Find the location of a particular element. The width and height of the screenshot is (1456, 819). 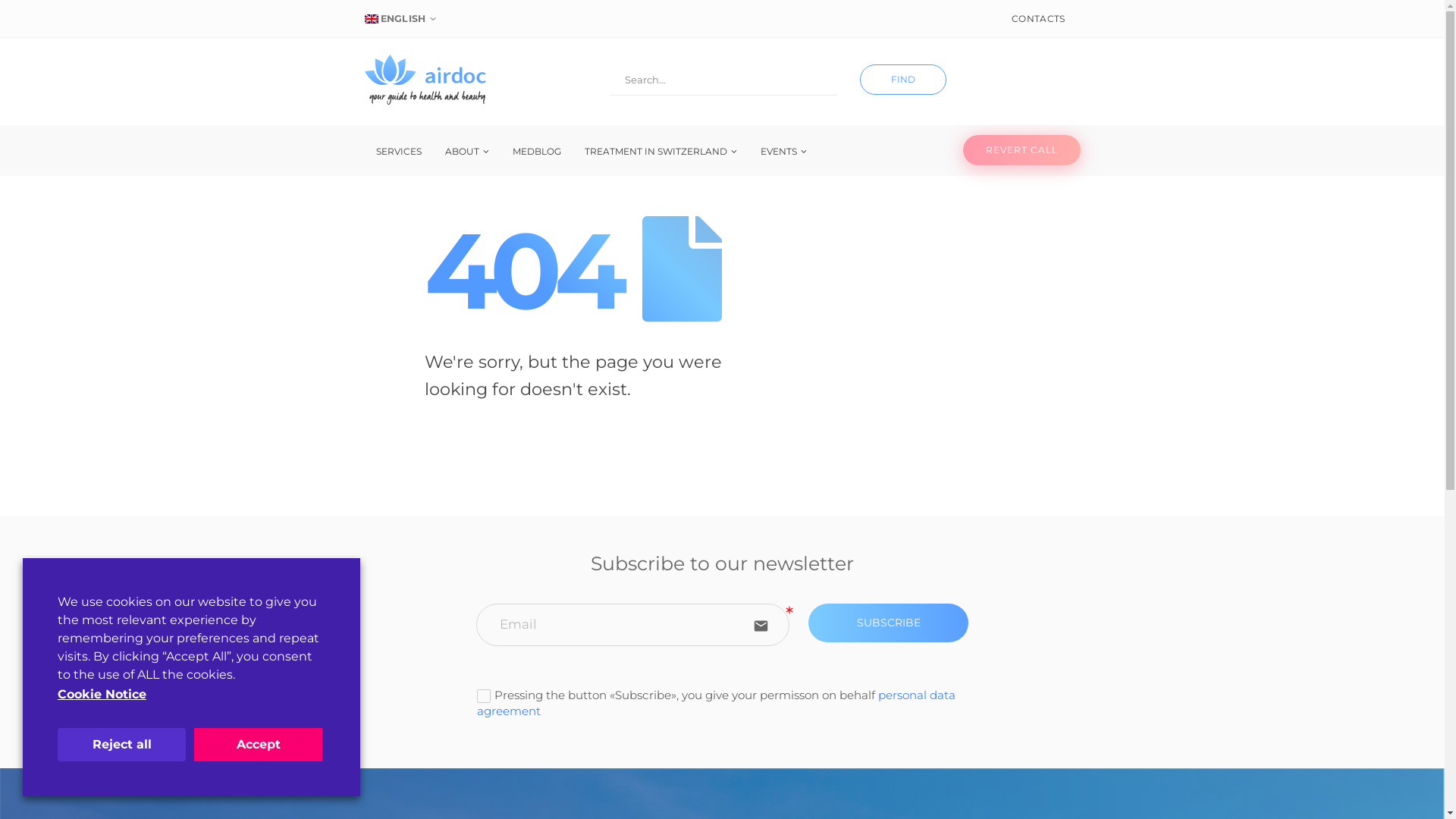

'CONTACTS' is located at coordinates (1037, 18).